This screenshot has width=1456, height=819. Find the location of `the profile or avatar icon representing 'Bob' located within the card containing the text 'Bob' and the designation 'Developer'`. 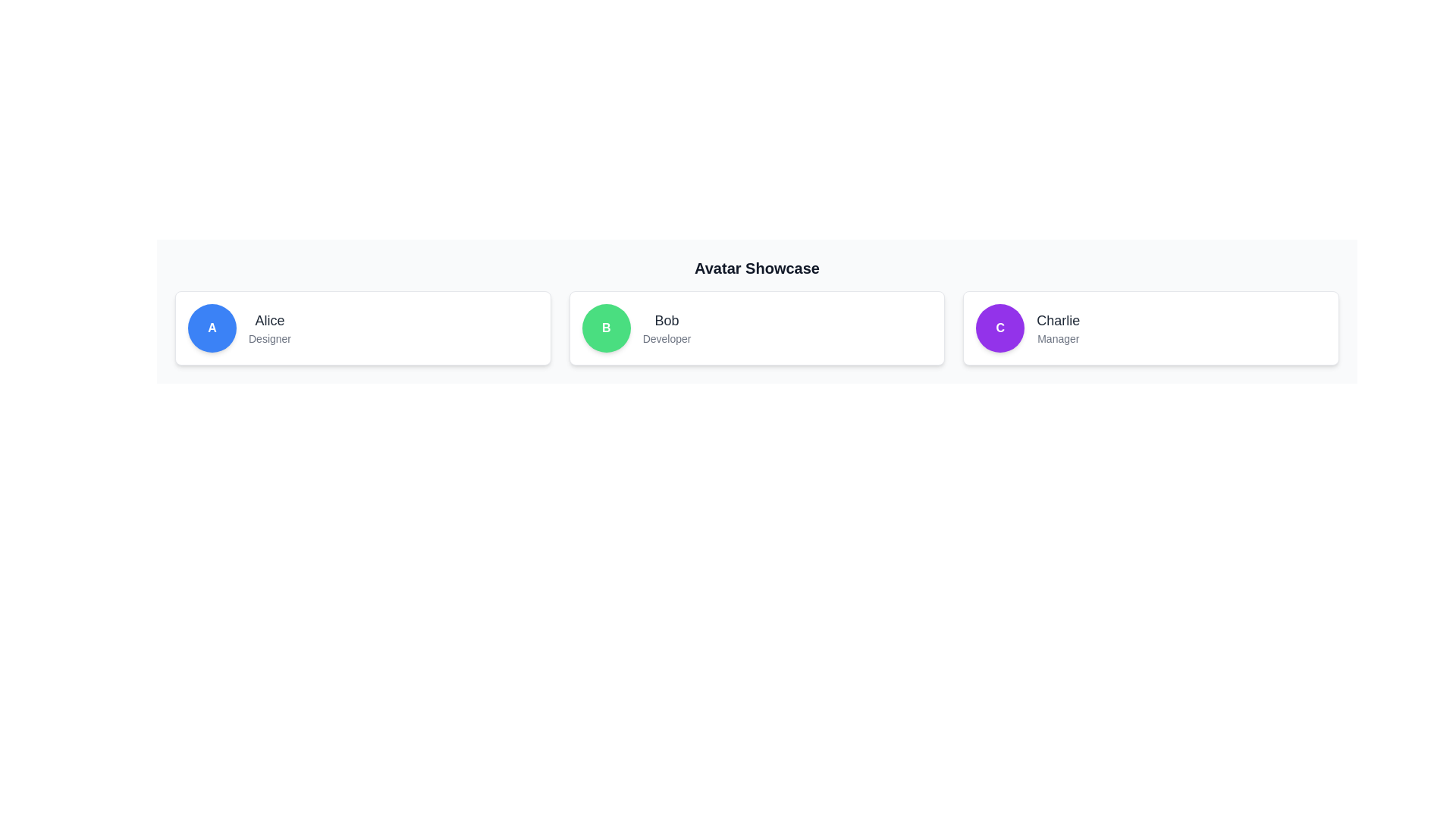

the profile or avatar icon representing 'Bob' located within the card containing the text 'Bob' and the designation 'Developer' is located at coordinates (605, 327).